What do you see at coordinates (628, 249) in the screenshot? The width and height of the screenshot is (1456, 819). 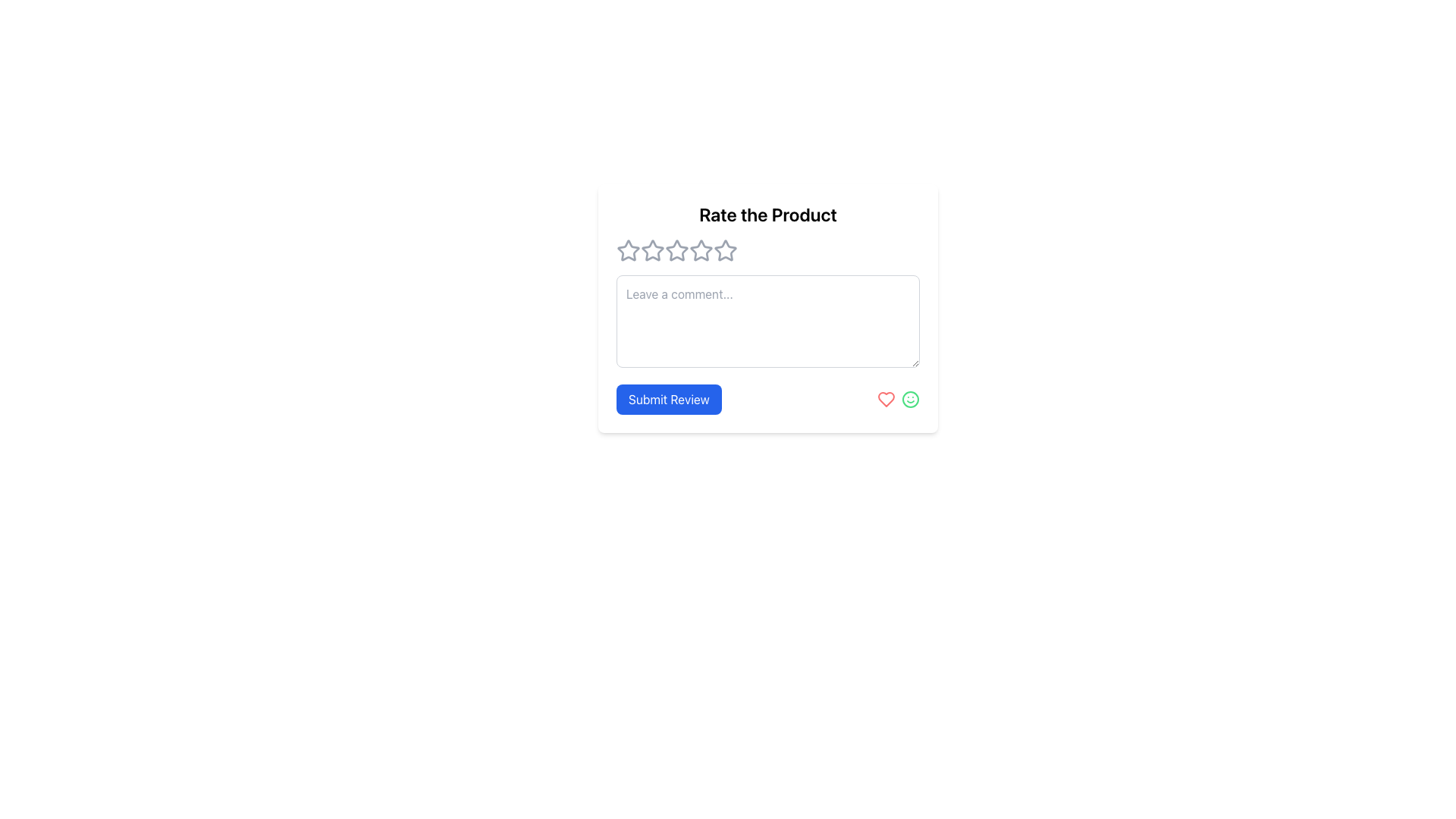 I see `the first star icon in the 5-star rating system` at bounding box center [628, 249].